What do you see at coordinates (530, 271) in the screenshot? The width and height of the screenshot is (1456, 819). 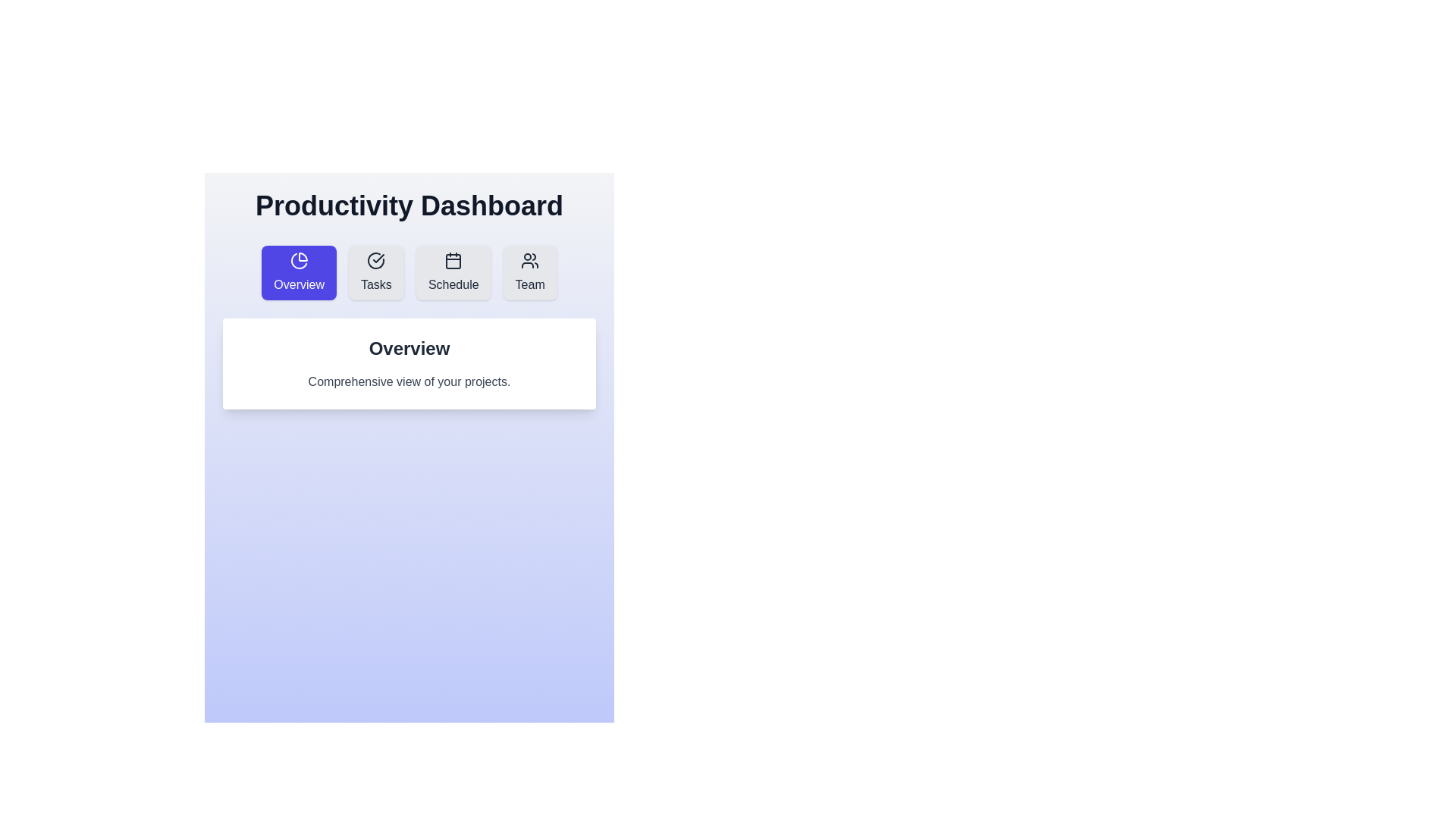 I see `the navigation button labeled 'Team' to observe the visual effect` at bounding box center [530, 271].